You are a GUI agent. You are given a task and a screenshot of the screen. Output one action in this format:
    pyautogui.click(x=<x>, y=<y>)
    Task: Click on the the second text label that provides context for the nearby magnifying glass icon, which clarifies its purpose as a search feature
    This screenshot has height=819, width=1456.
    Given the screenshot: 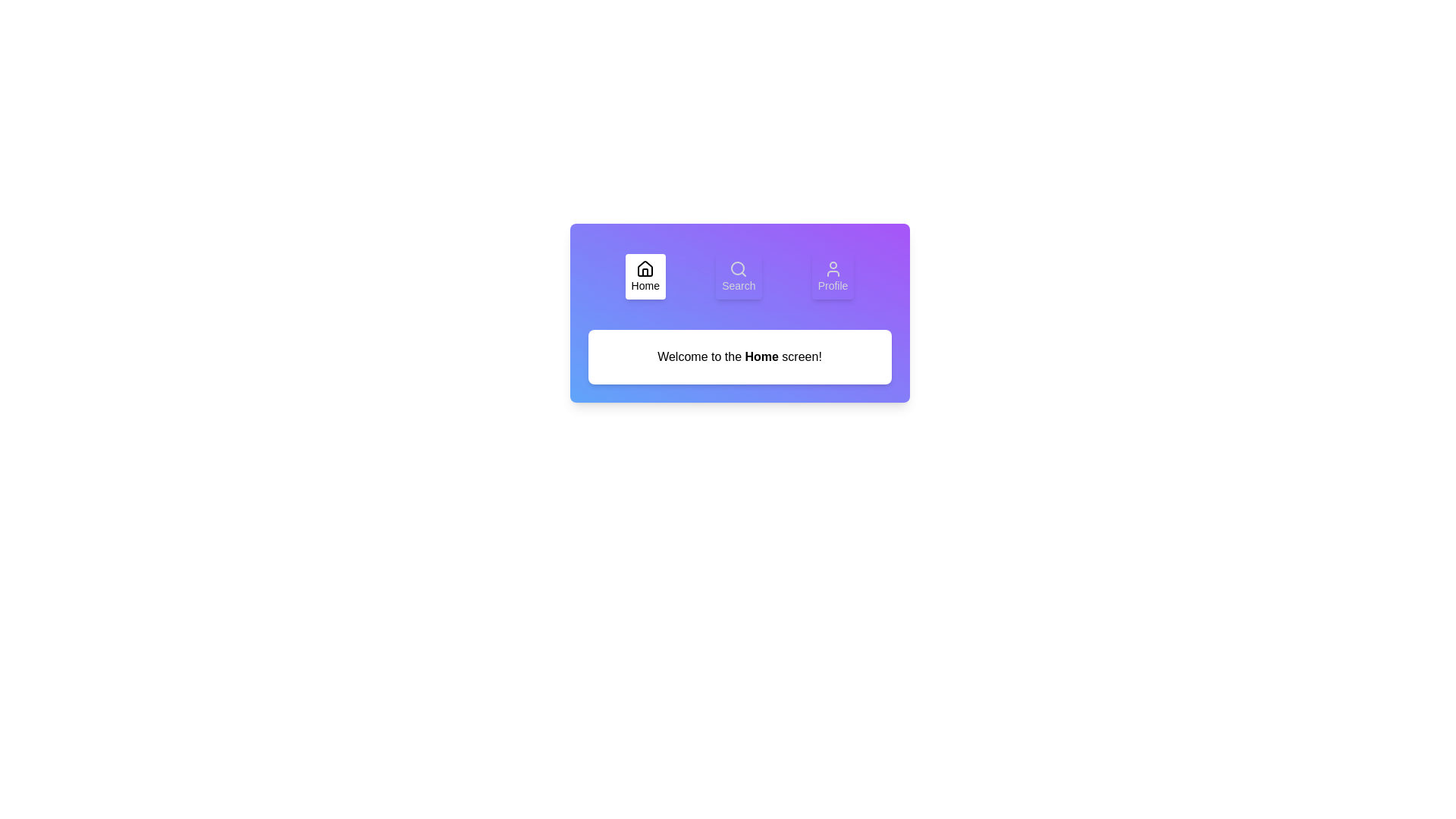 What is the action you would take?
    pyautogui.click(x=739, y=286)
    